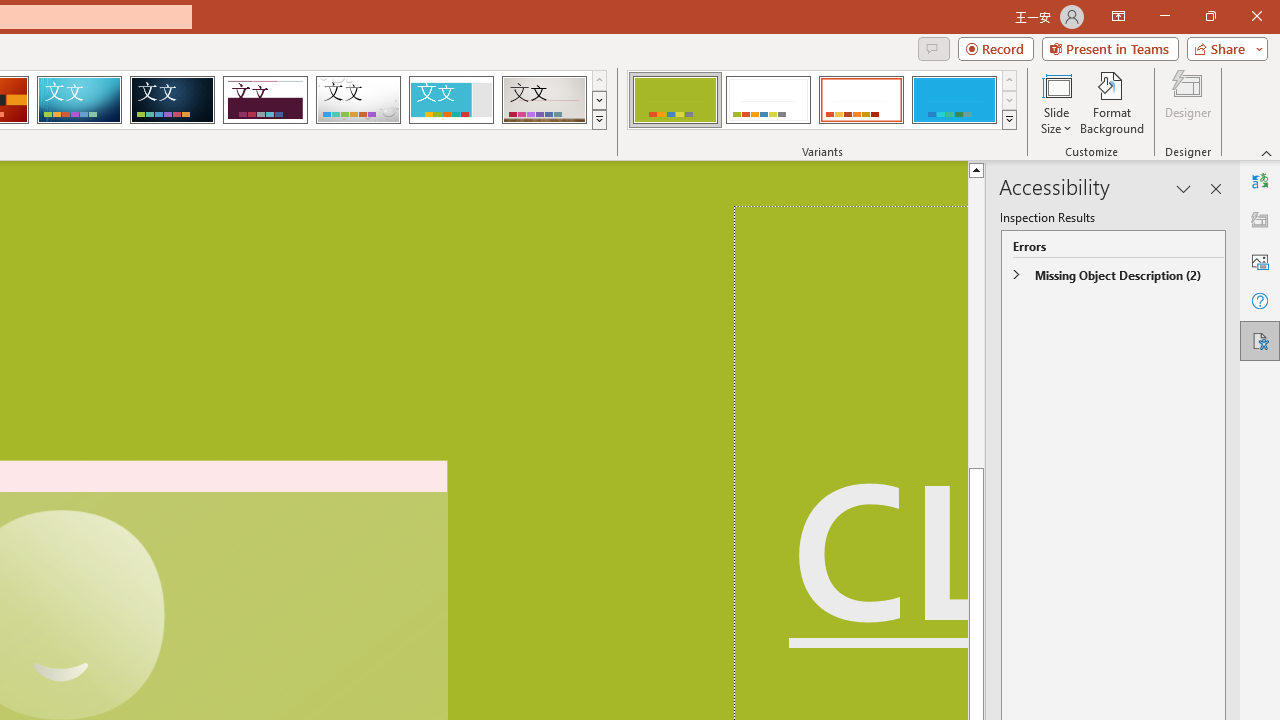 Image resolution: width=1280 pixels, height=720 pixels. What do you see at coordinates (598, 120) in the screenshot?
I see `'Themes'` at bounding box center [598, 120].